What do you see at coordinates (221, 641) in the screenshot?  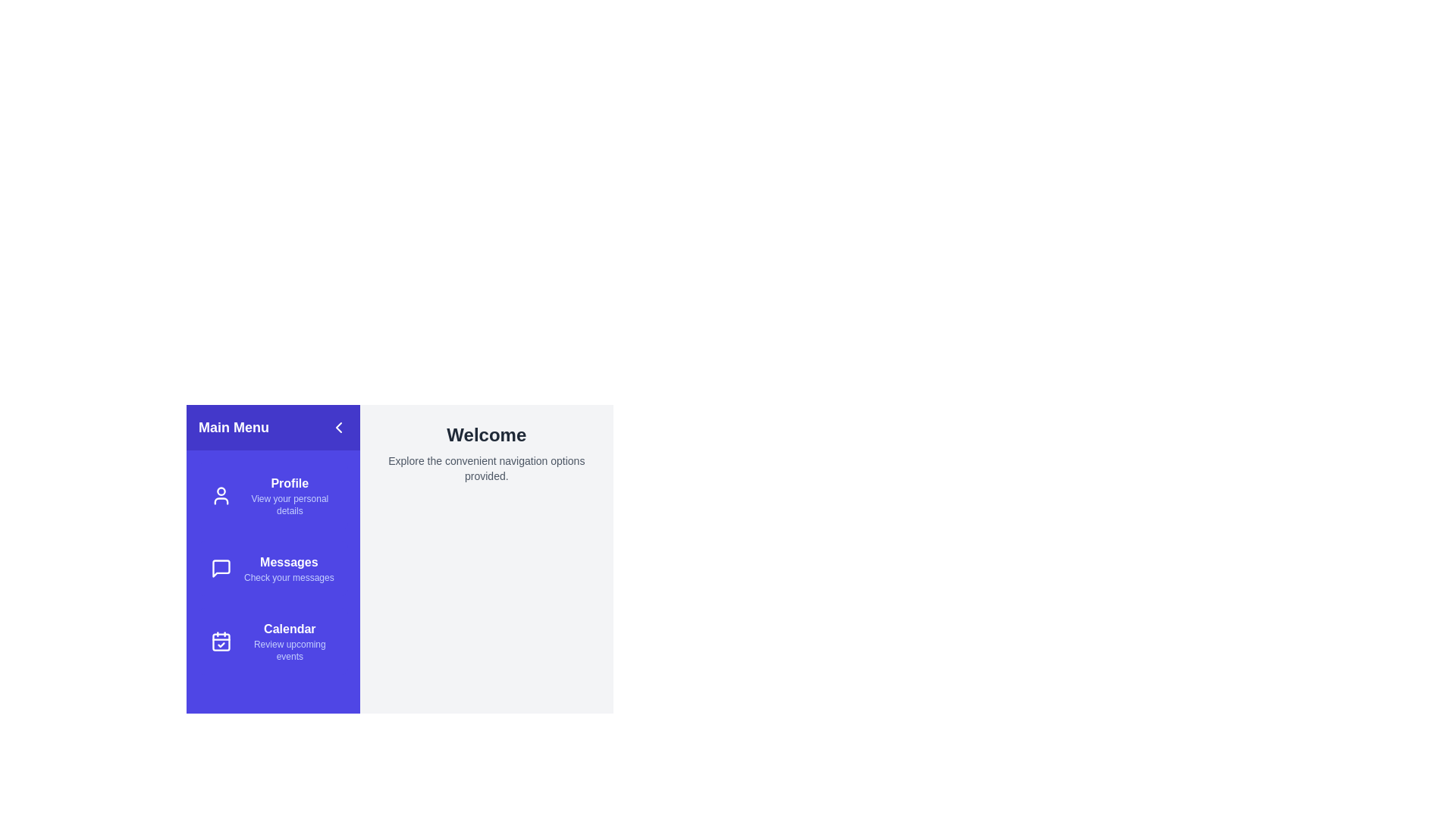 I see `the icon associated with Calendar to reveal its tooltip` at bounding box center [221, 641].